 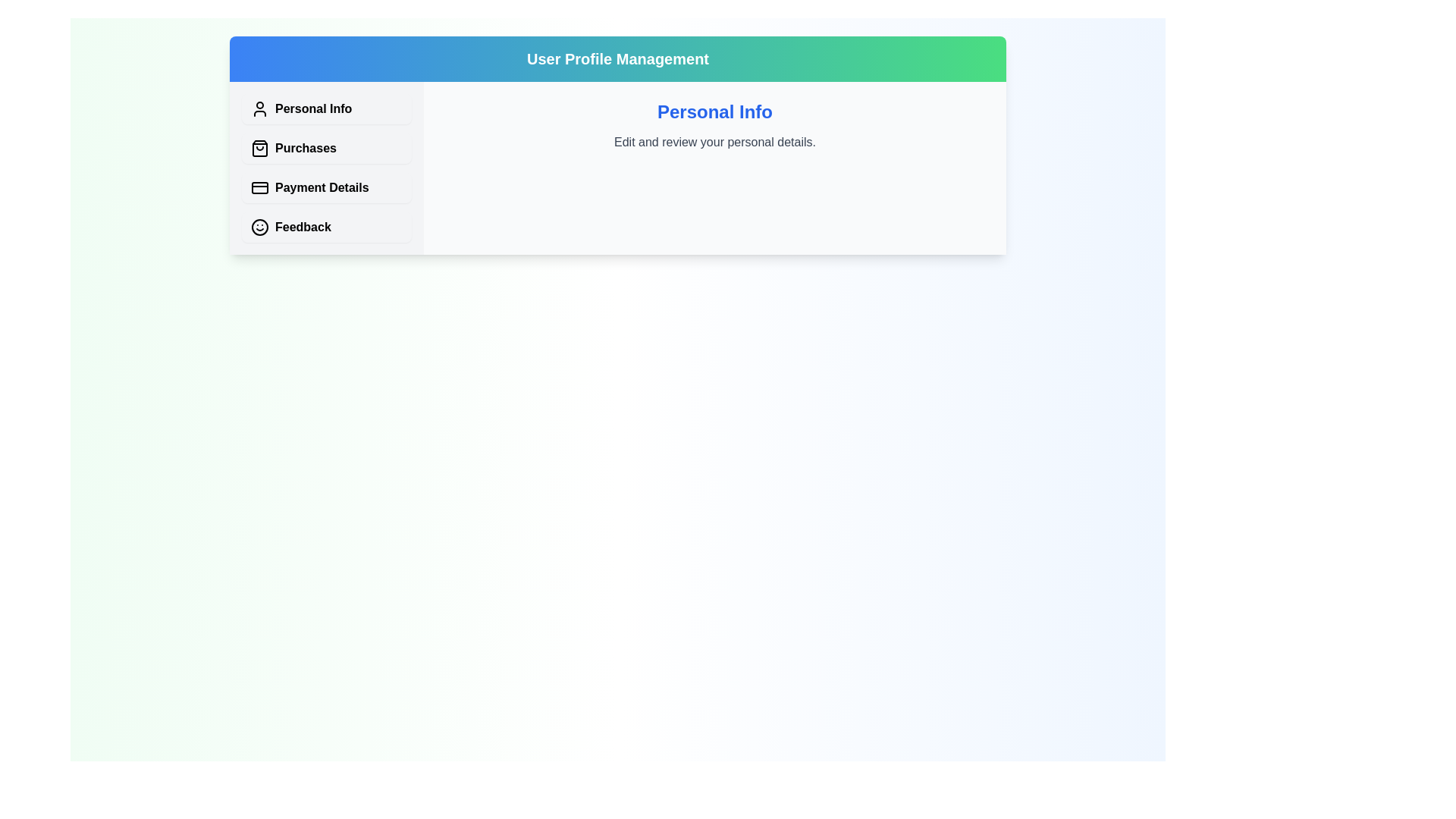 What do you see at coordinates (259, 187) in the screenshot?
I see `the icon for the Payment Details tab` at bounding box center [259, 187].